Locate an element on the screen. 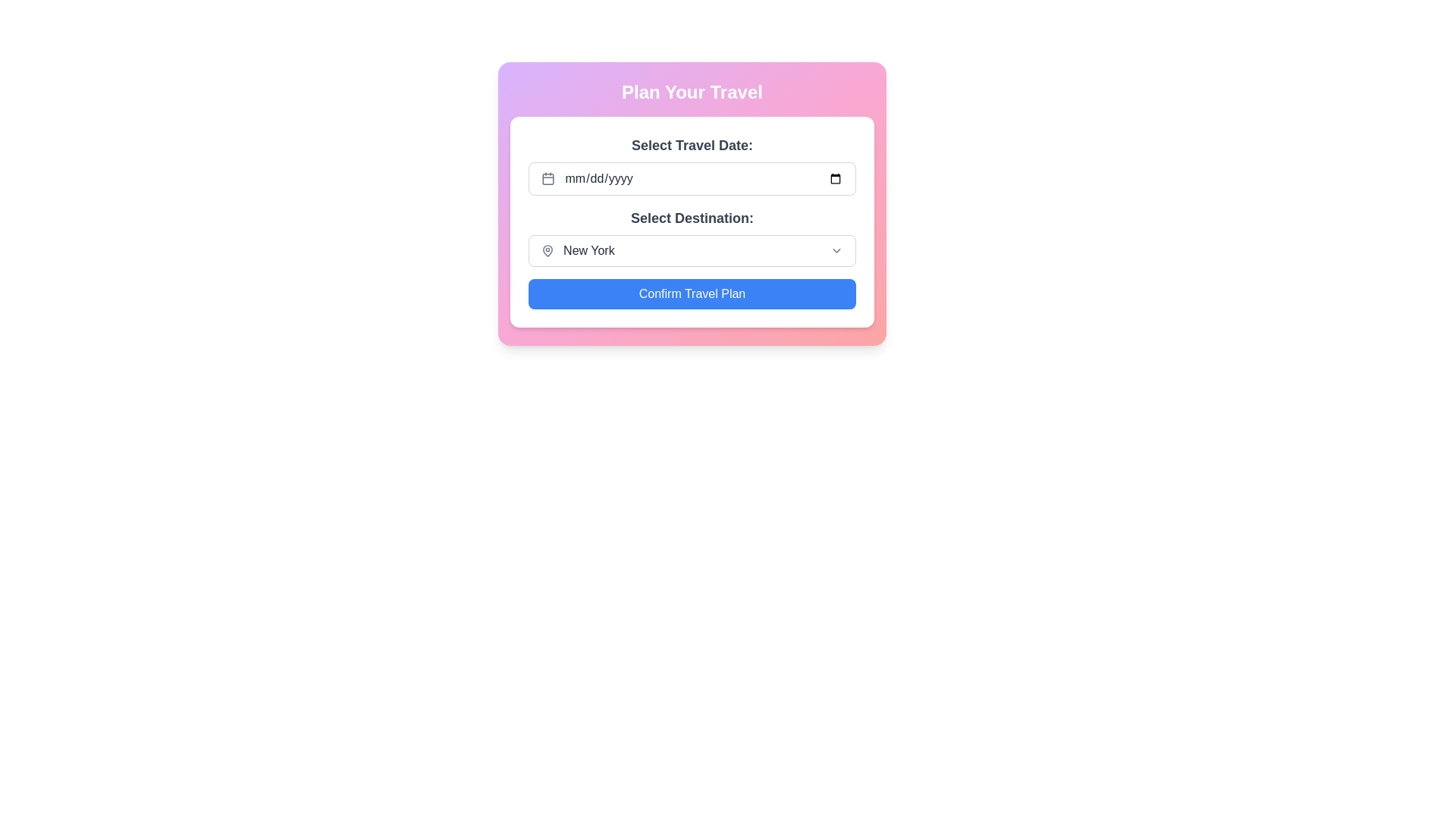 Image resolution: width=1456 pixels, height=819 pixels. the second label for travel destination selection is located at coordinates (691, 218).